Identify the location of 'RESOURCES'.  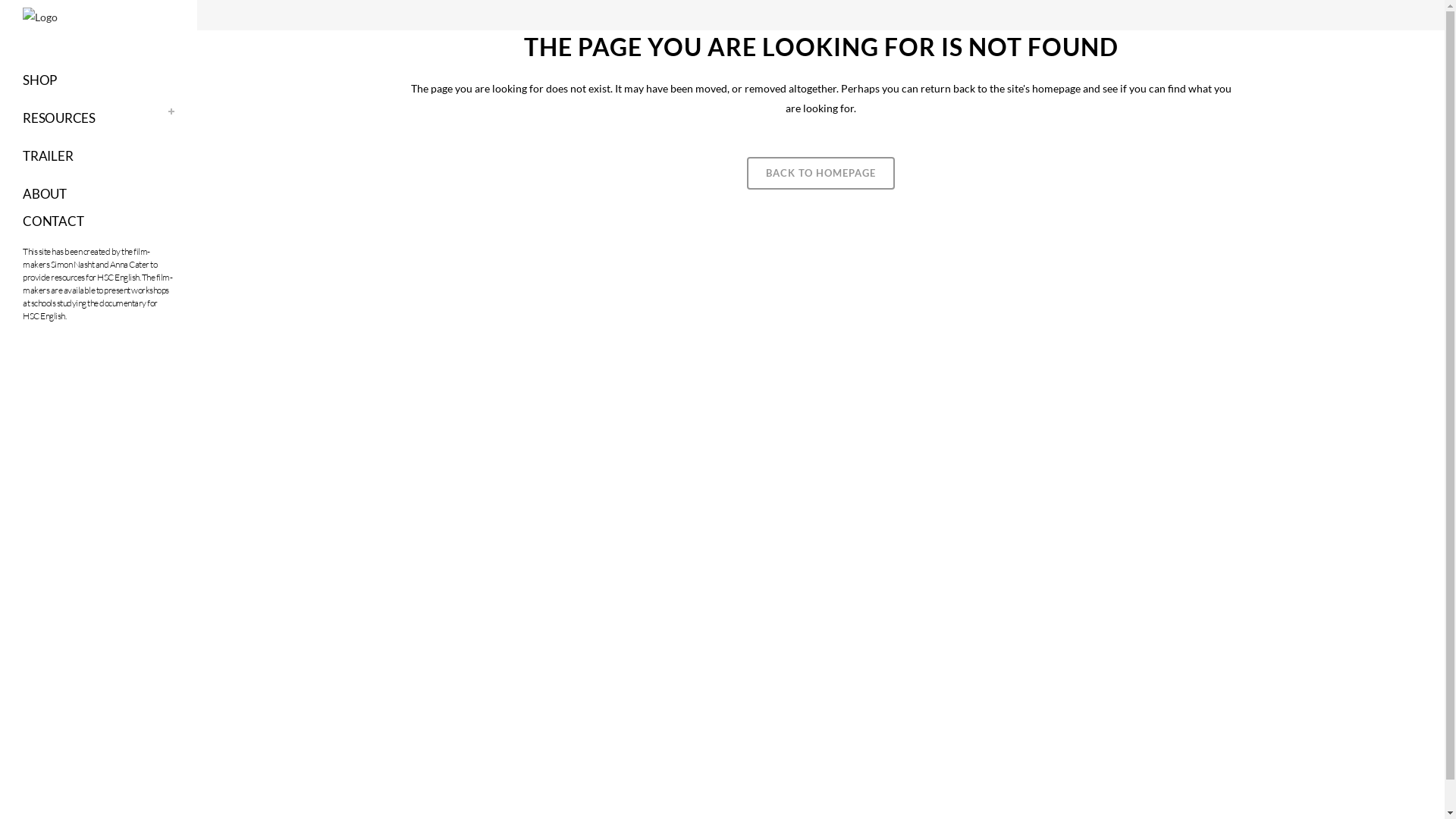
(97, 117).